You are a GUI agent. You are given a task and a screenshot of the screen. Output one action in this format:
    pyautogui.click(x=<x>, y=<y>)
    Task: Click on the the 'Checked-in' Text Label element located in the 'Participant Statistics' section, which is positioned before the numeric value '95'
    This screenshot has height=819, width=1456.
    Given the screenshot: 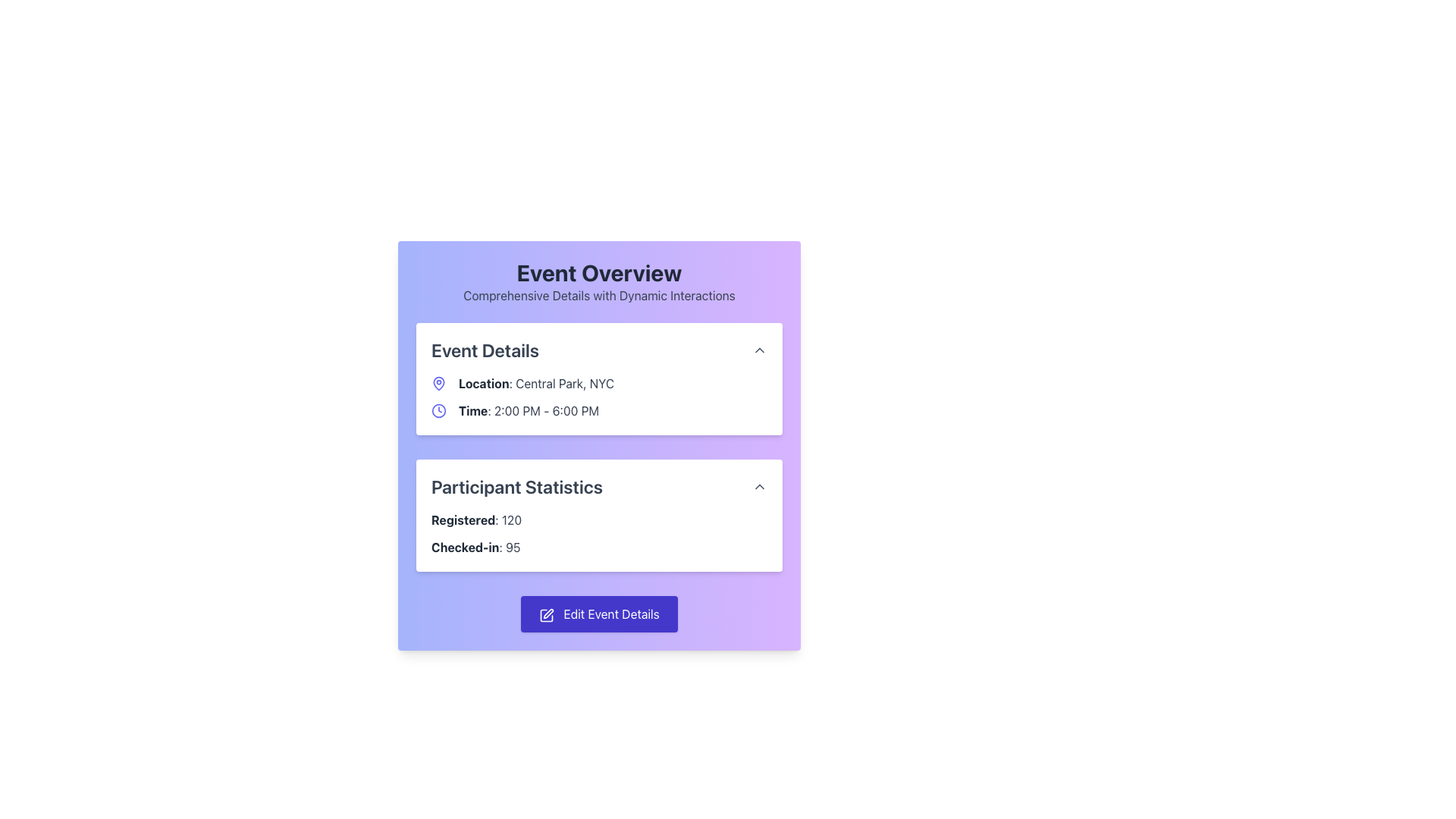 What is the action you would take?
    pyautogui.click(x=464, y=547)
    